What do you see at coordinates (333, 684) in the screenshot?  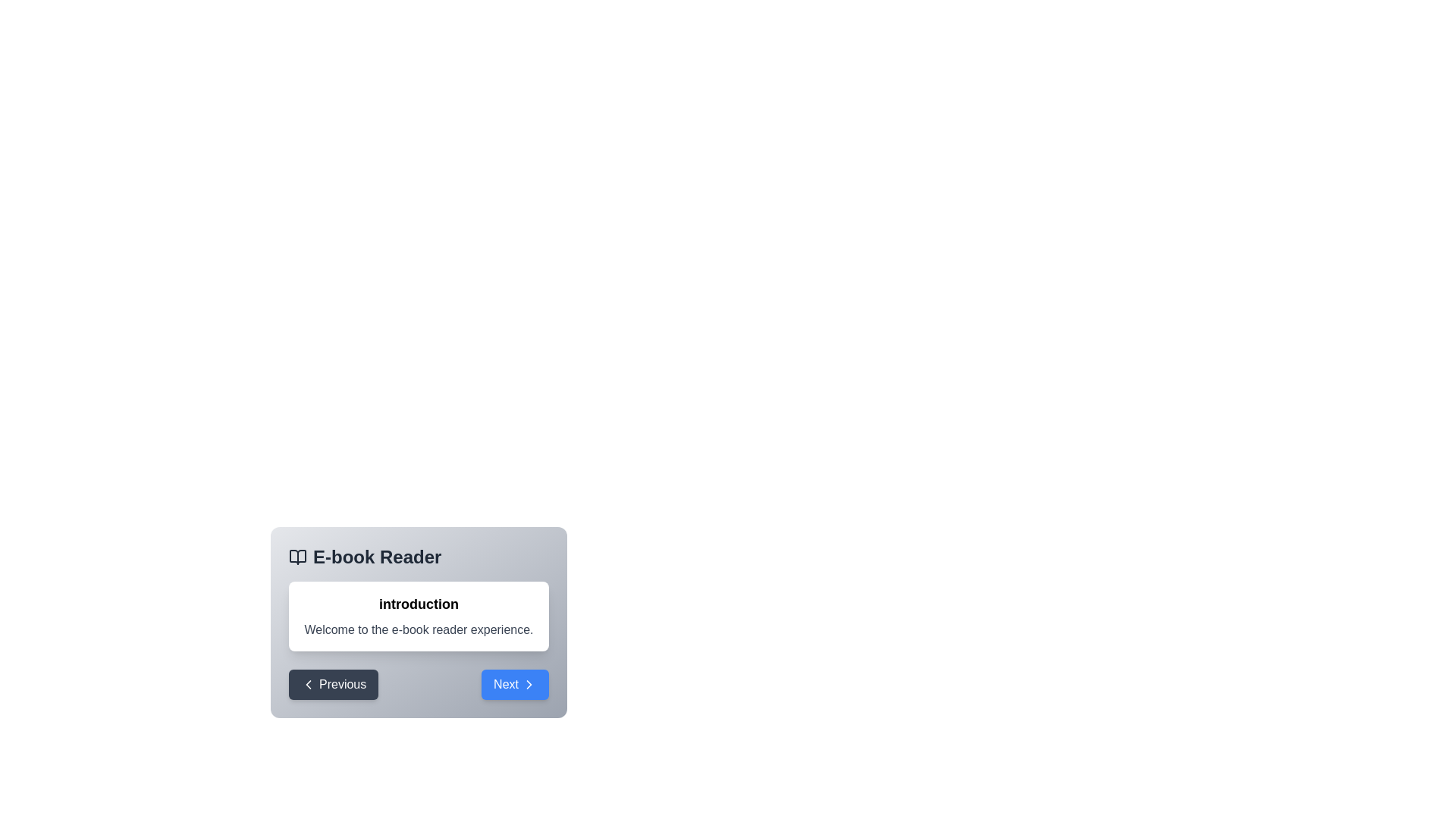 I see `the 'Previous' button, which has a dark gray background, white text, and a left-facing arrow icon` at bounding box center [333, 684].